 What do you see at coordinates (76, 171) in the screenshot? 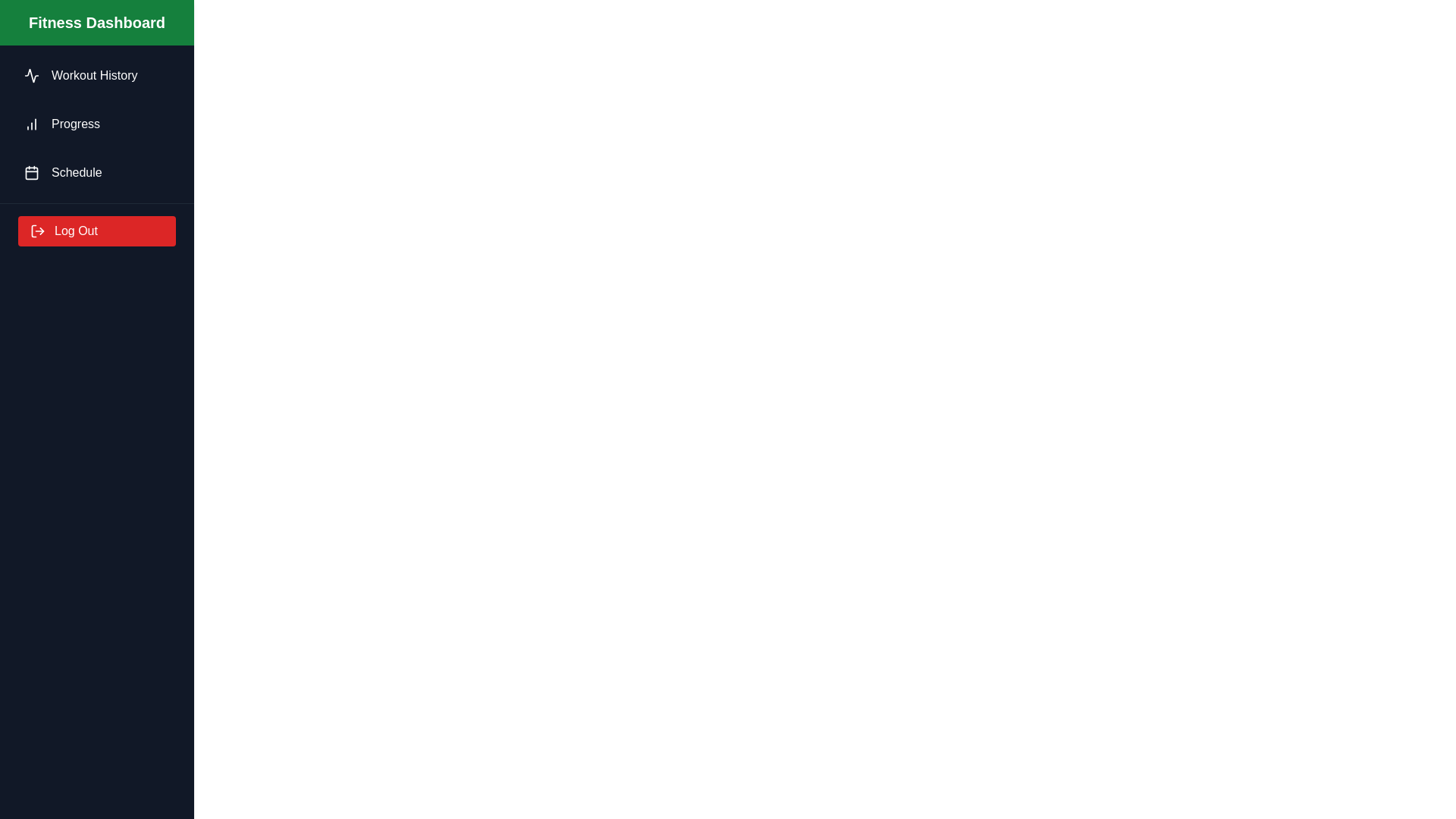
I see `the 'Schedule' text label located in the sidebar, which serves as a navigation link for the Schedule section` at bounding box center [76, 171].